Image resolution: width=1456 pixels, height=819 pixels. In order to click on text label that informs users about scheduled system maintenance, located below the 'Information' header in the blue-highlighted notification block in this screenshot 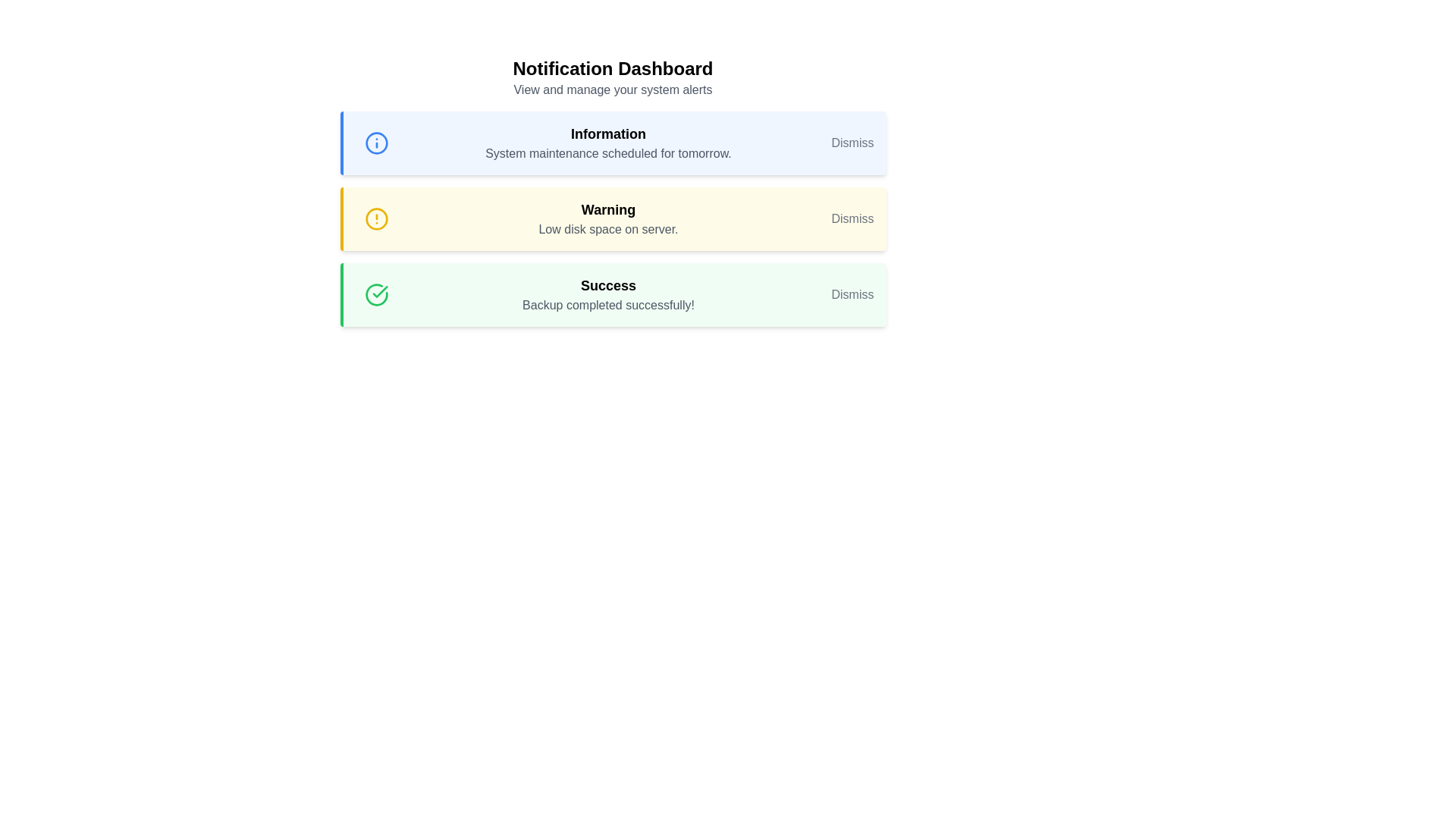, I will do `click(608, 154)`.